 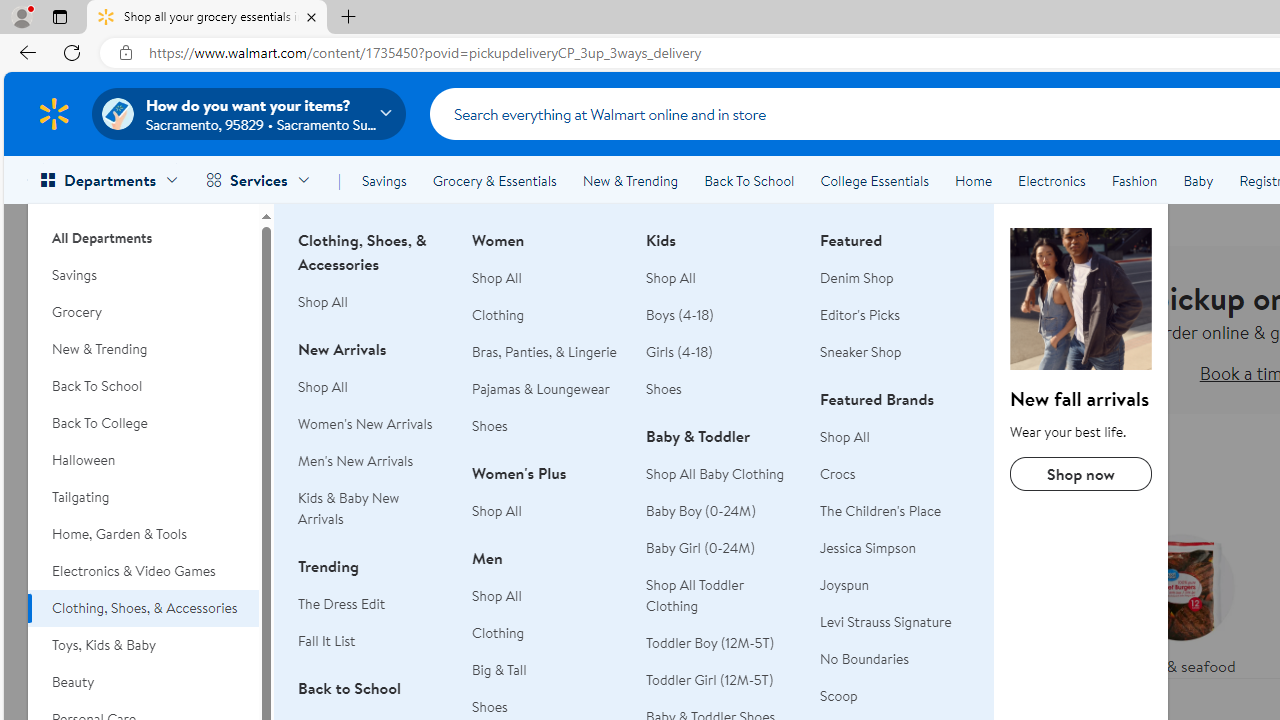 What do you see at coordinates (894, 510) in the screenshot?
I see `'The Children'` at bounding box center [894, 510].